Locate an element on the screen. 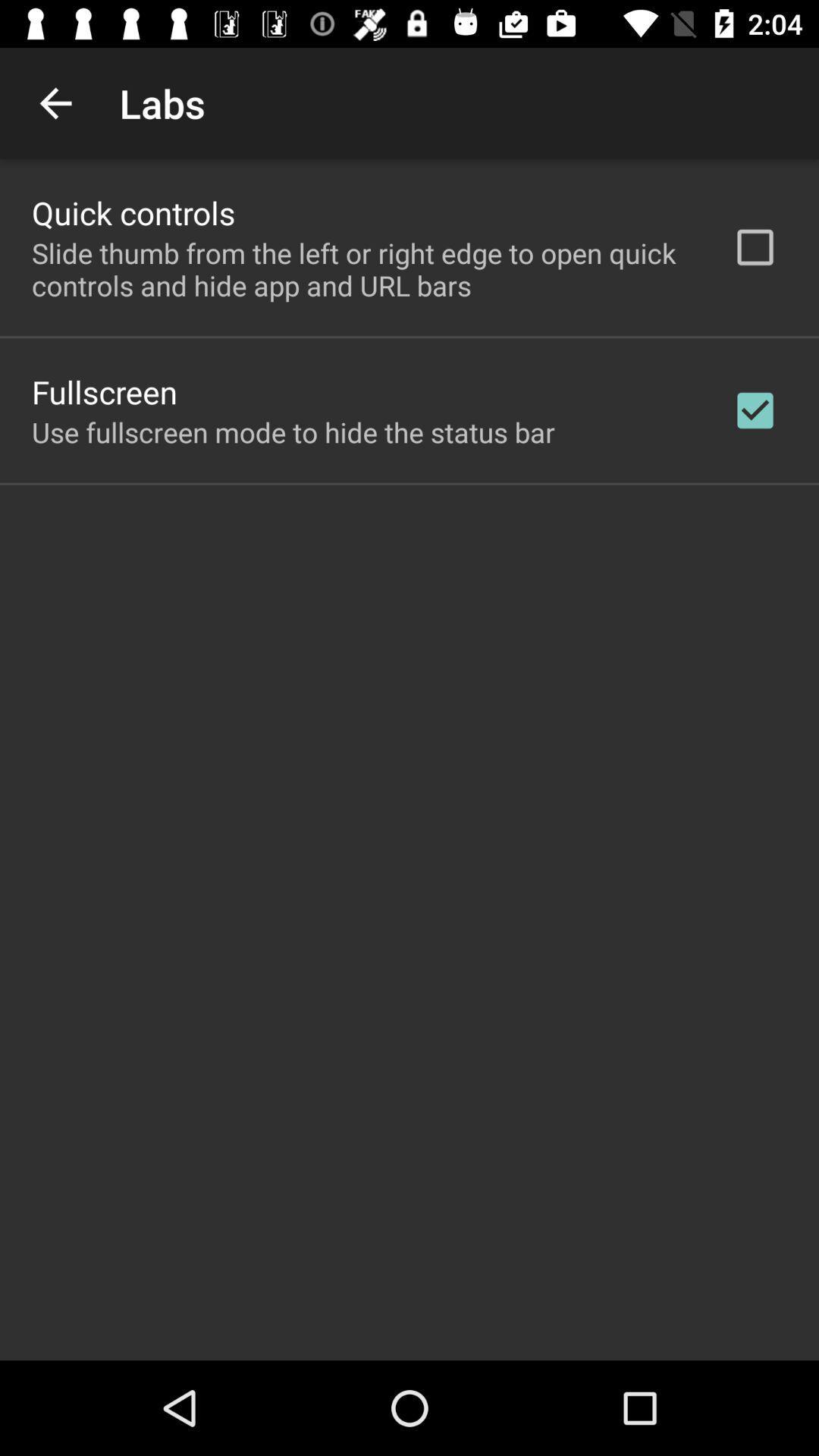 The height and width of the screenshot is (1456, 819). item above quick controls icon is located at coordinates (55, 102).